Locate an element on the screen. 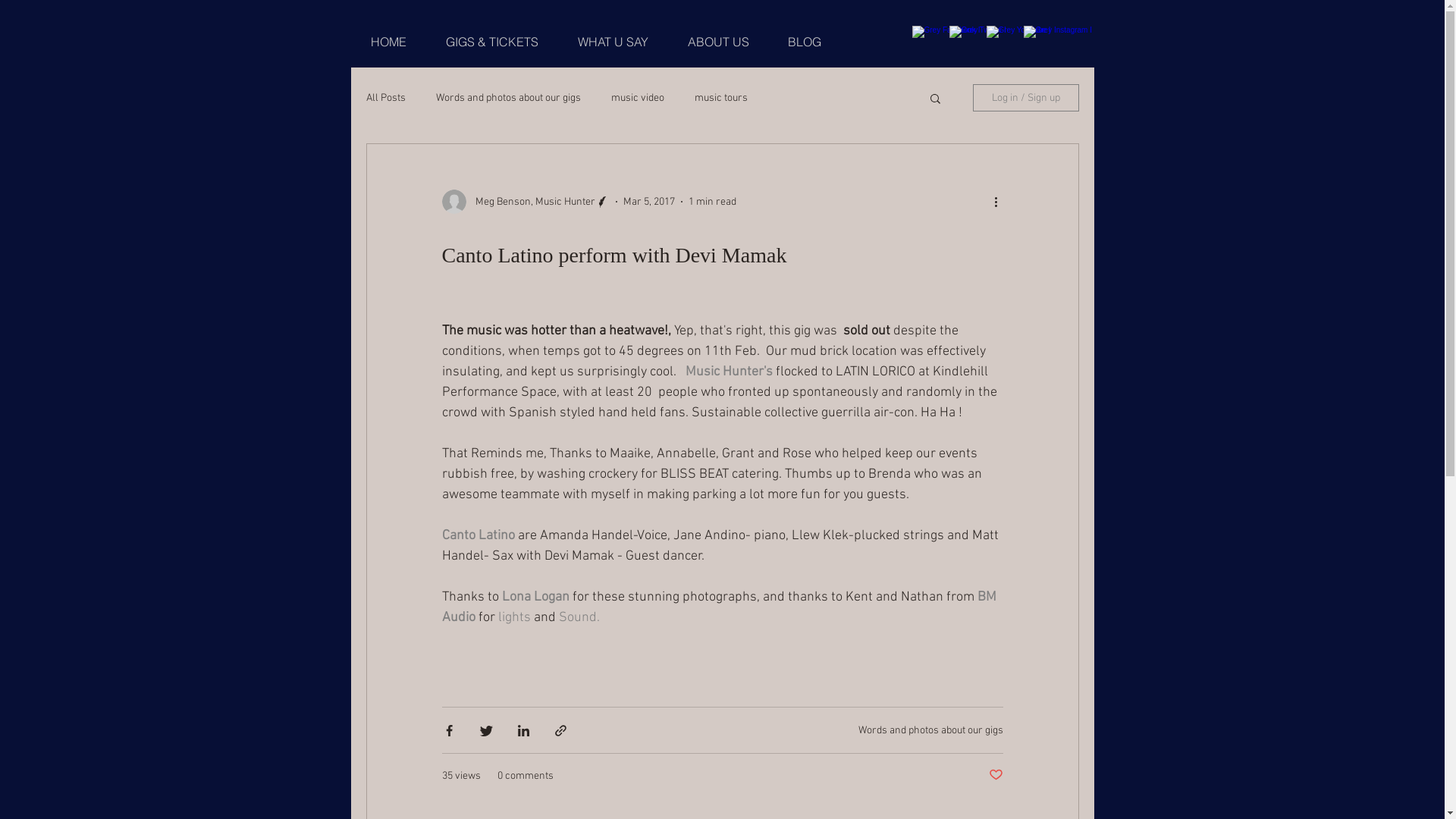 This screenshot has height=819, width=1456. 'Post not marked as liked' is located at coordinates (996, 776).